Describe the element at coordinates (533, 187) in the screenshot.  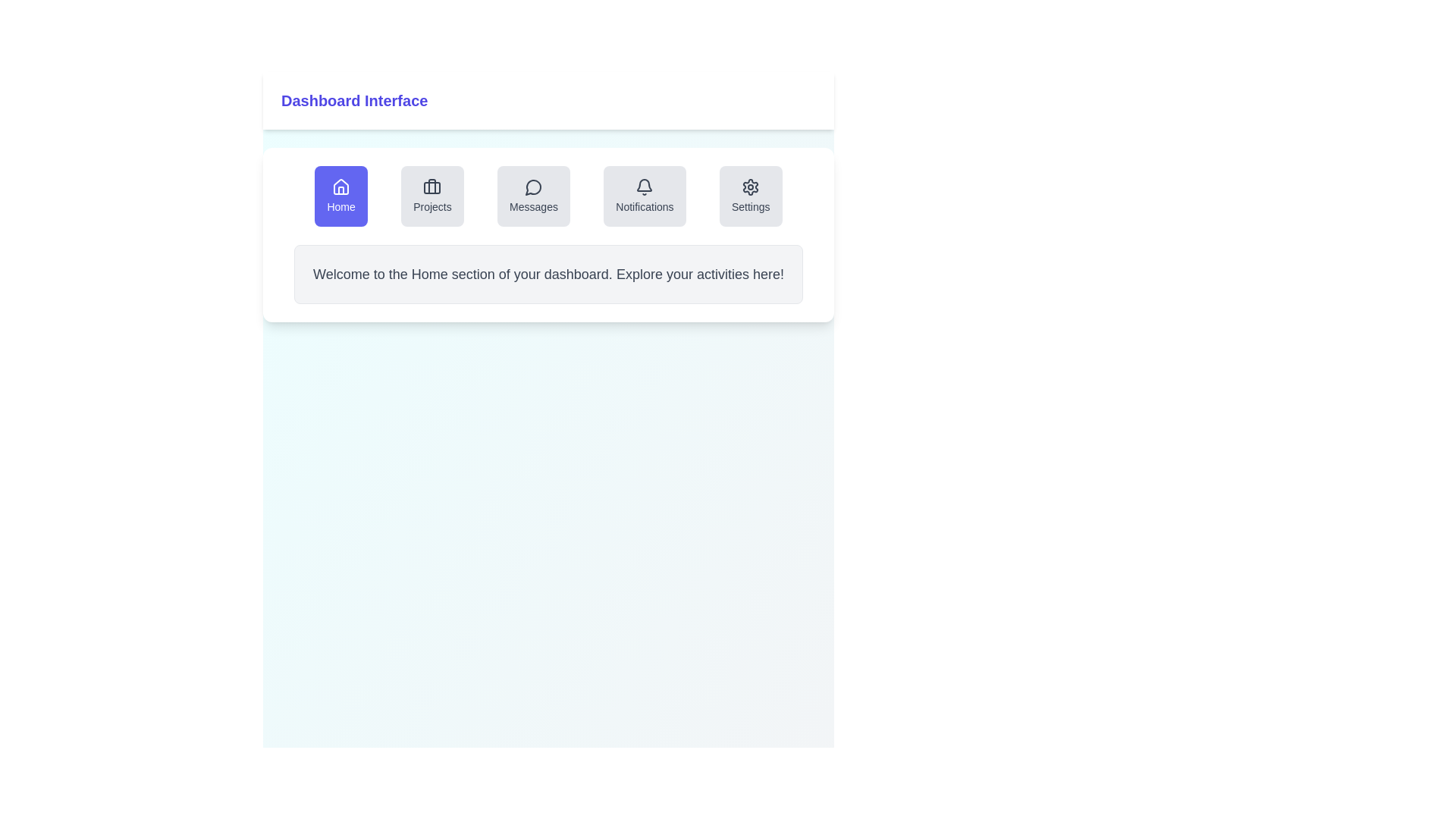
I see `the circular speech bubble icon with a gray stroke in the 'Messages' section of the navigation bar` at that location.